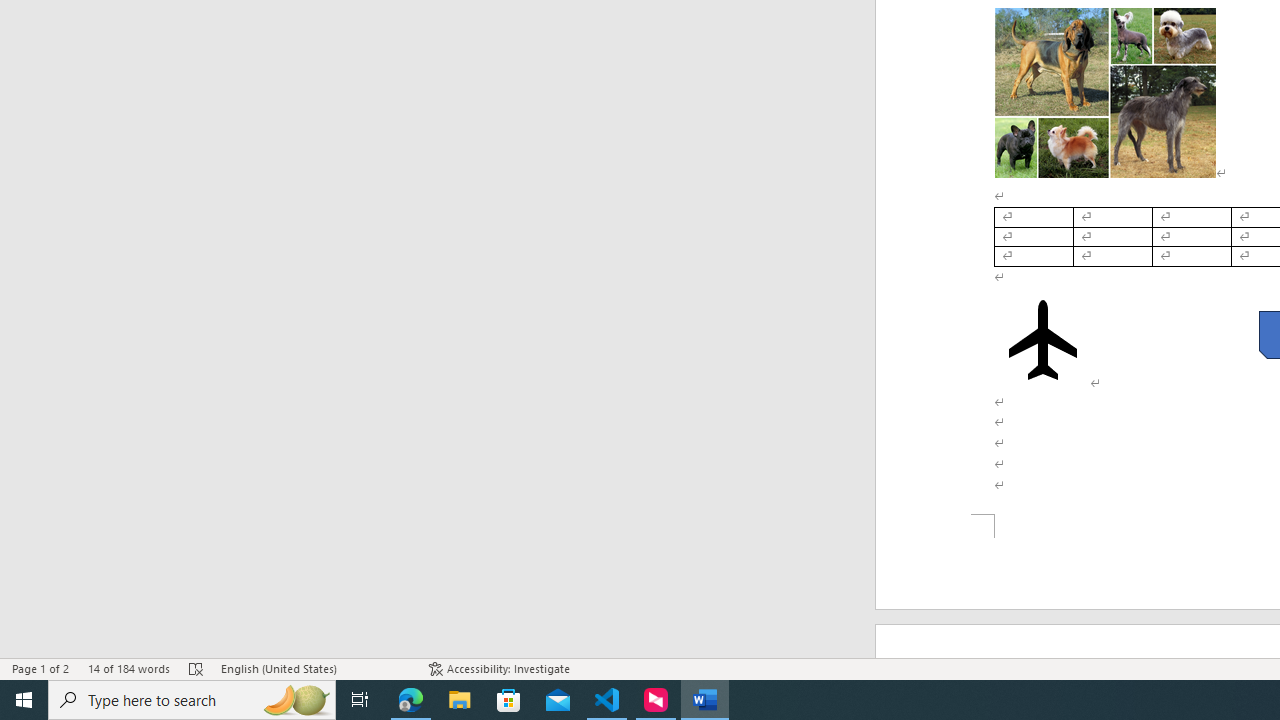  Describe the element at coordinates (40, 669) in the screenshot. I see `'Page Number Page 1 of 2'` at that location.